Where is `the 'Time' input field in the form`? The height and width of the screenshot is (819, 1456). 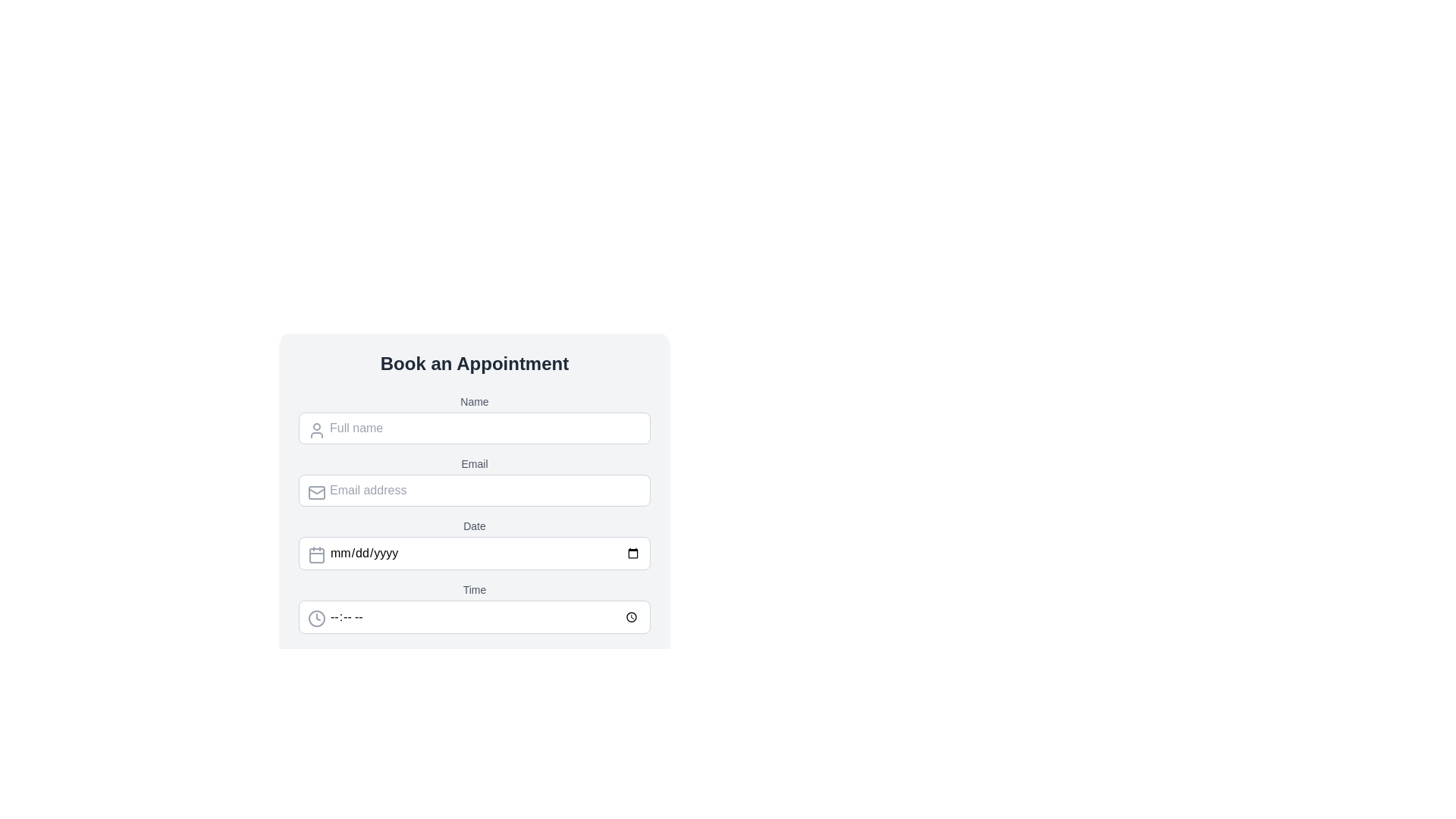 the 'Time' input field in the form is located at coordinates (473, 607).